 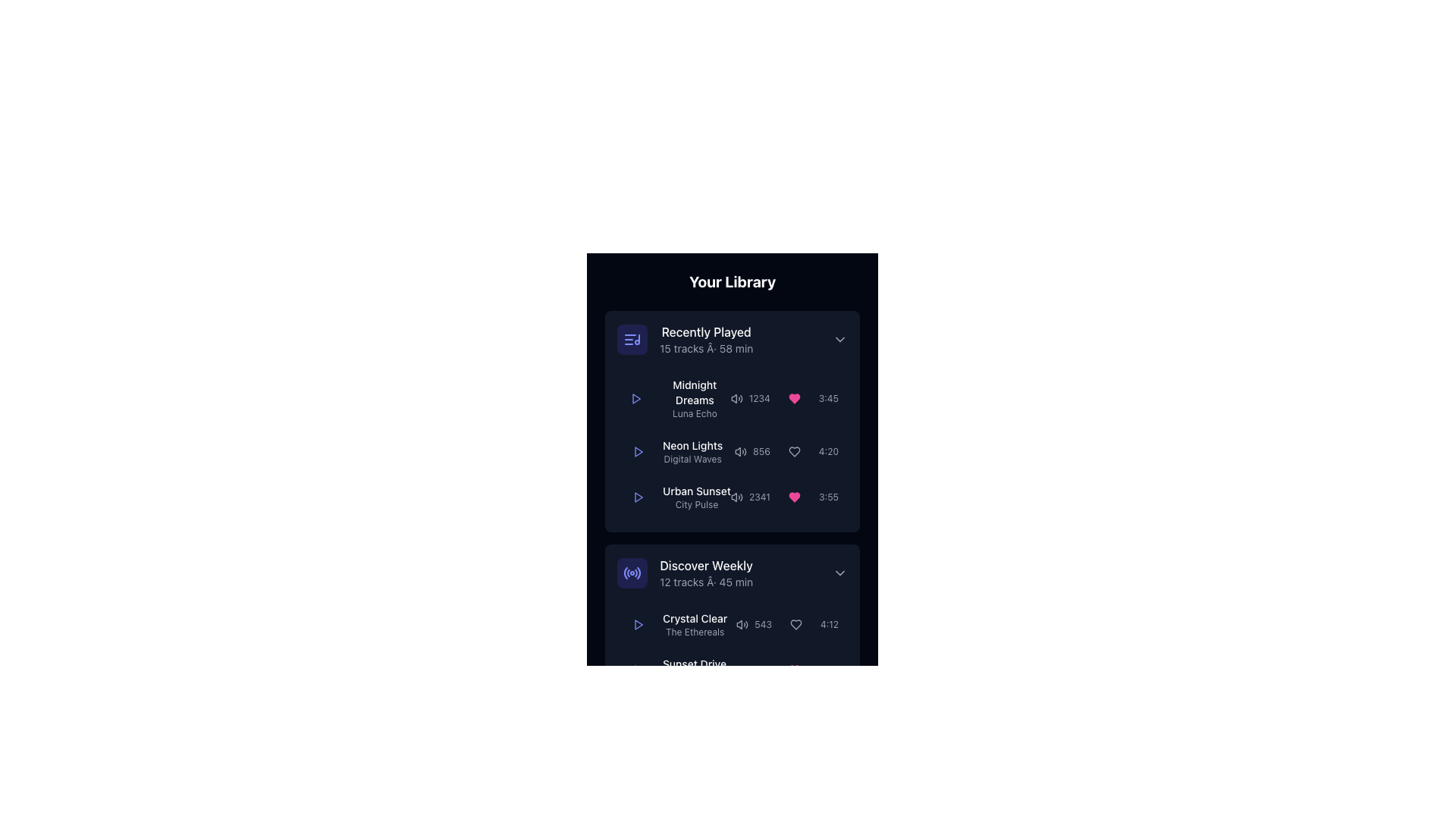 What do you see at coordinates (759, 497) in the screenshot?
I see `the text label displaying the number '2341', which is styled in a small gray font and located next to the heart icon in the lower-right portion of the list item for the song 'Urban Sunset'` at bounding box center [759, 497].